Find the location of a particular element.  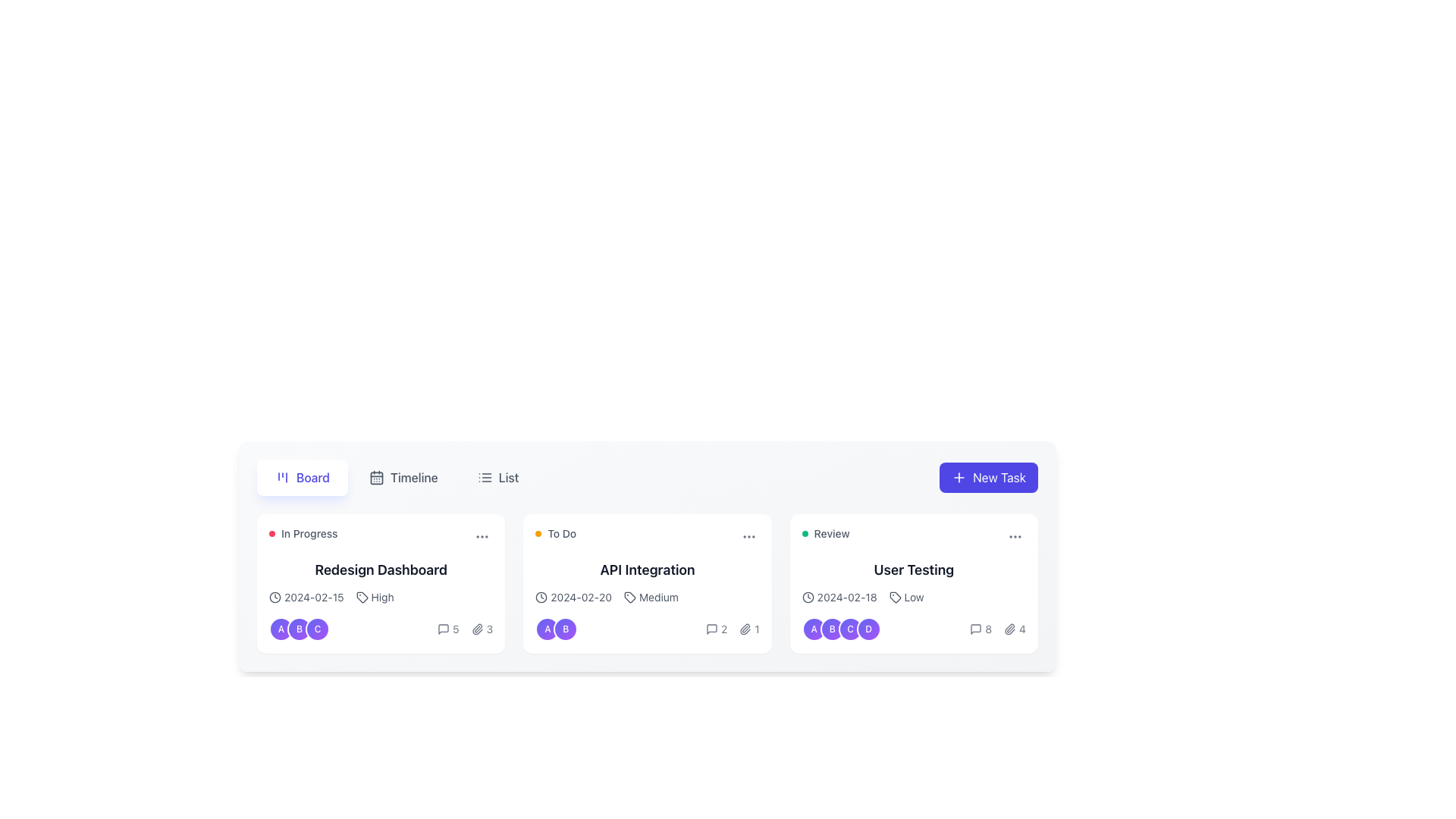

the Avatar group or user representation icons in the 'User Testing' card is located at coordinates (840, 629).